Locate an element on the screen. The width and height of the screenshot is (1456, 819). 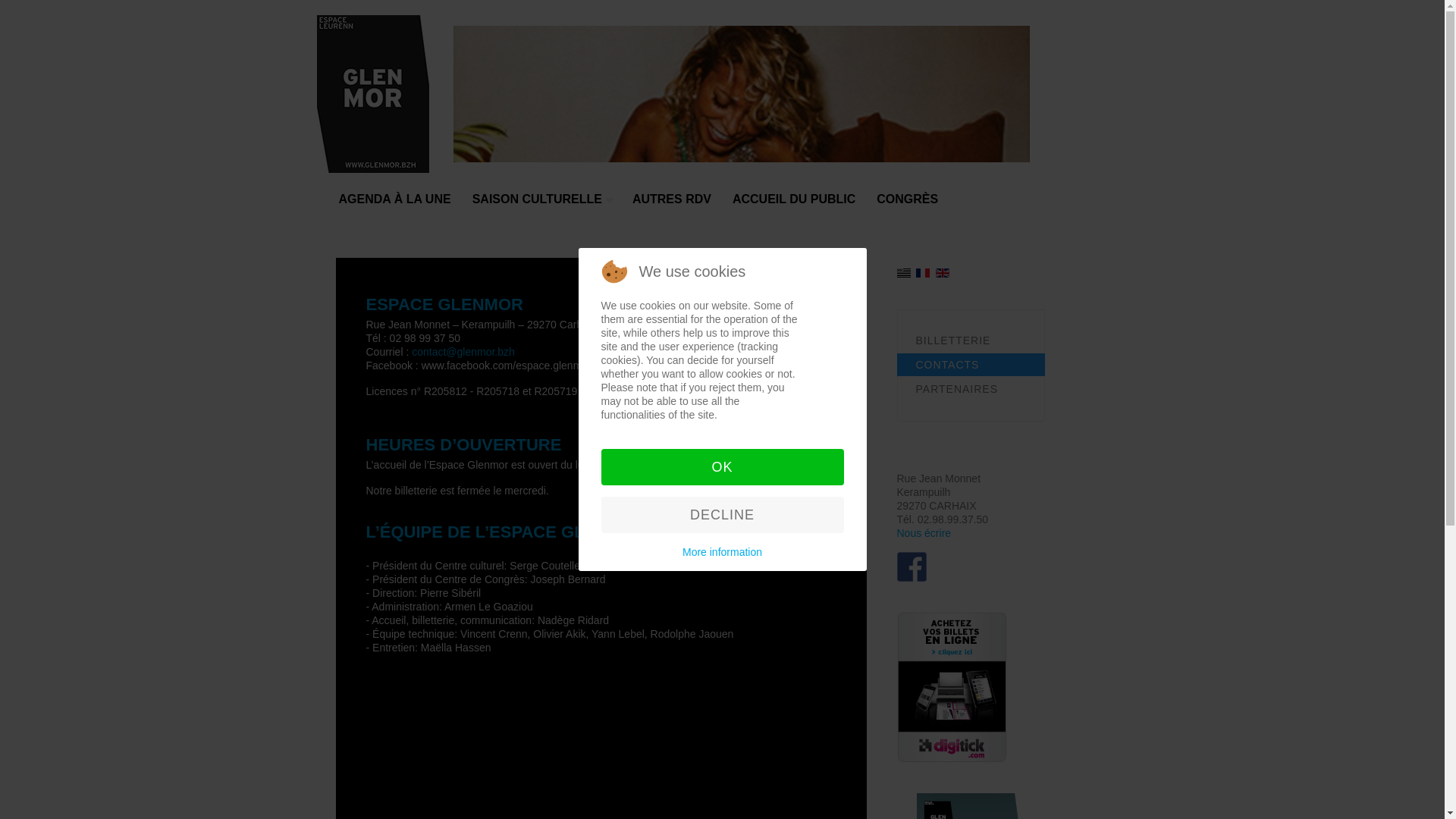
'OK' is located at coordinates (720, 466).